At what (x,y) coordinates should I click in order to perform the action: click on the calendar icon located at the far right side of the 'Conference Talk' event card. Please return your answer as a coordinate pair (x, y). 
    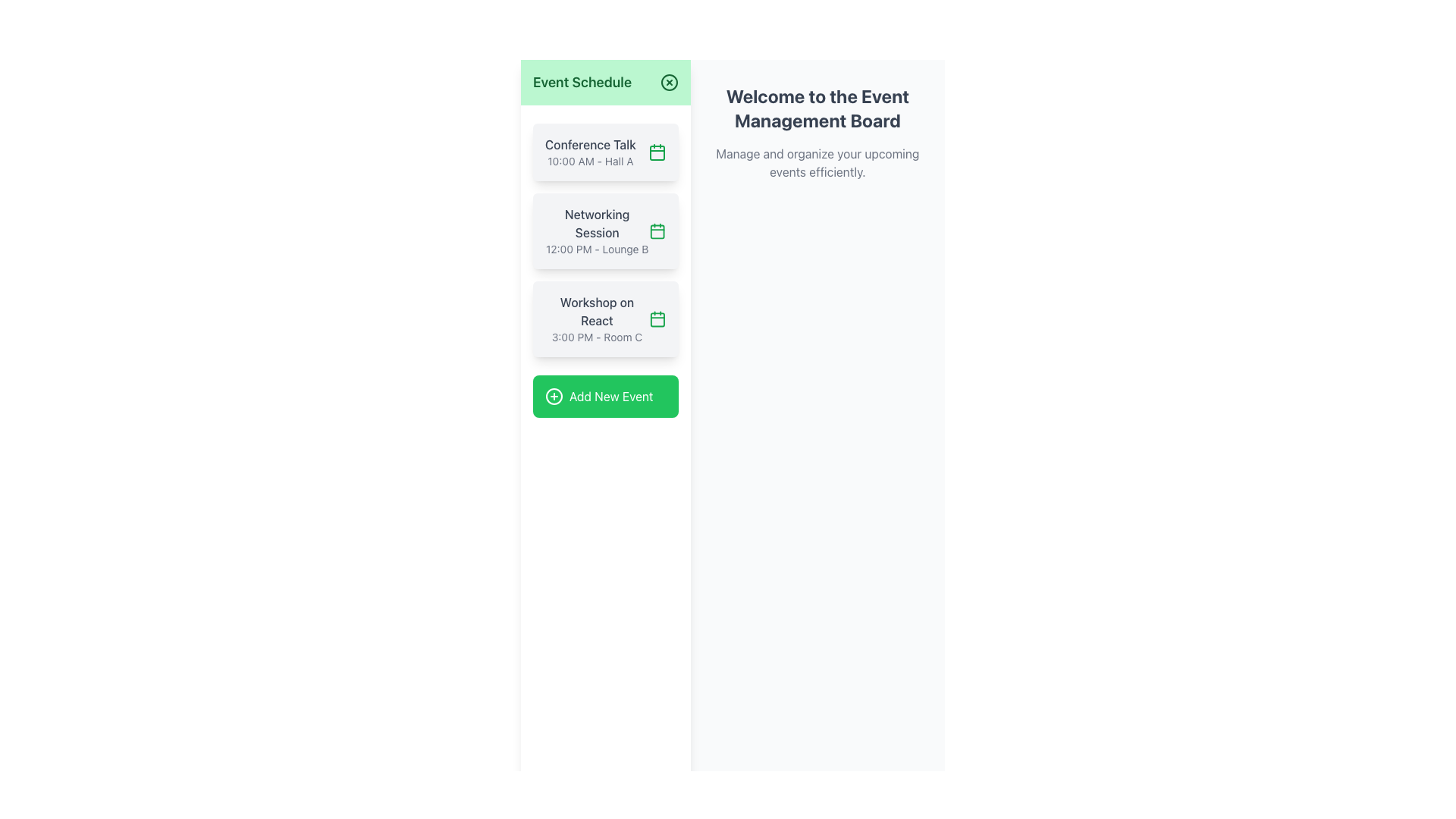
    Looking at the image, I should click on (657, 152).